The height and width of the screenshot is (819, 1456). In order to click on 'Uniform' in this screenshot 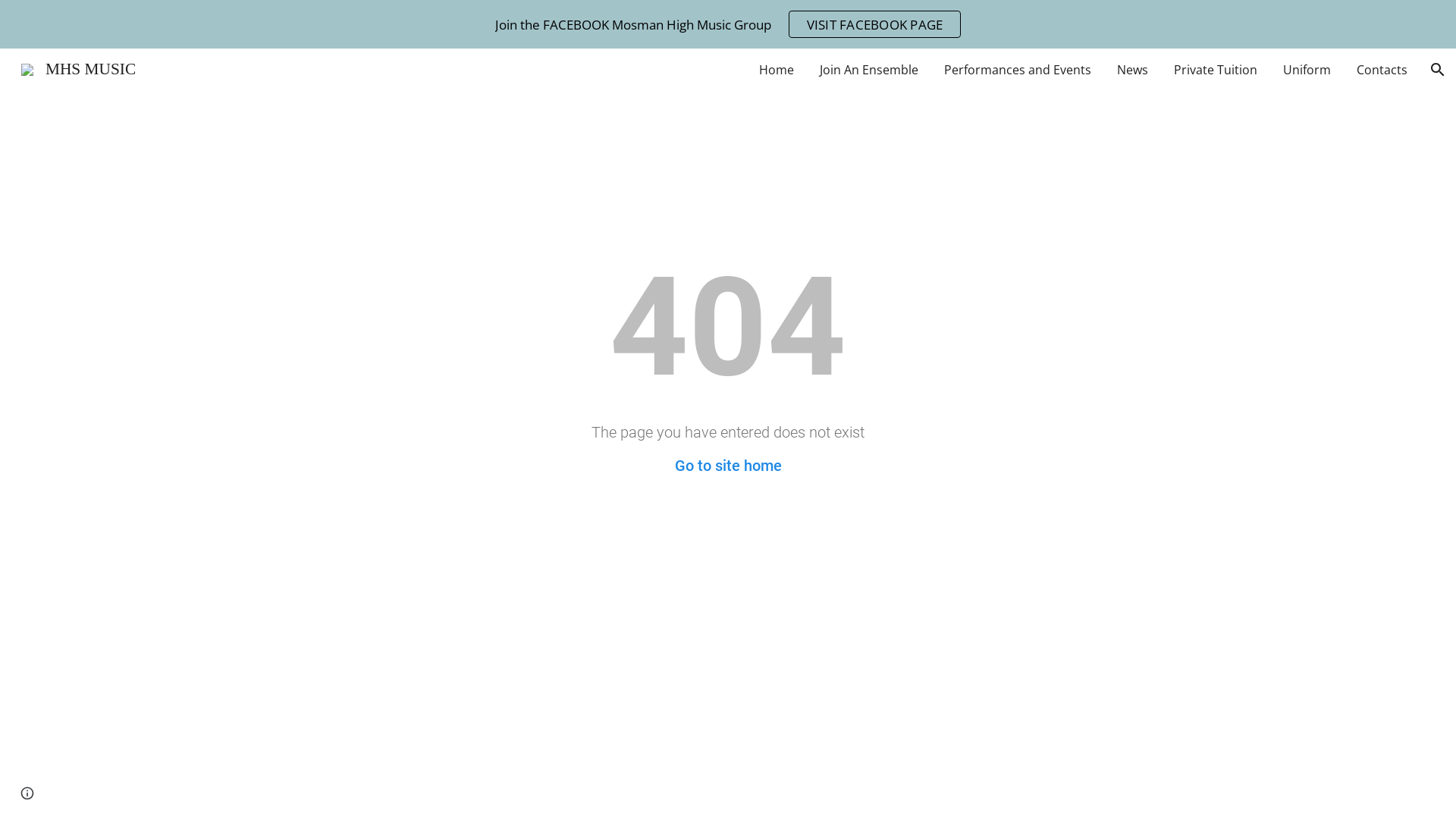, I will do `click(1306, 70)`.